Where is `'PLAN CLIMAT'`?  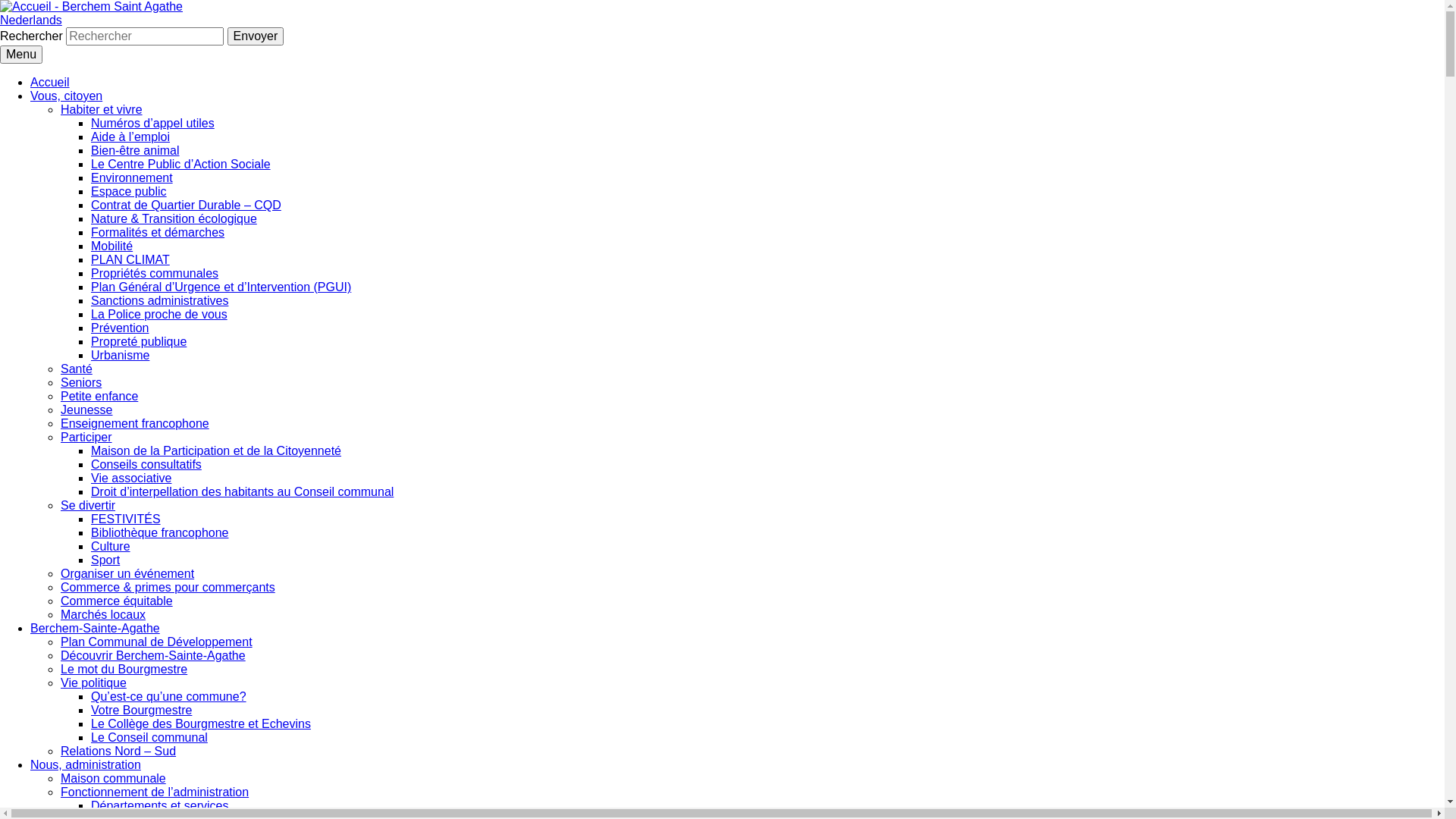
'PLAN CLIMAT' is located at coordinates (130, 259).